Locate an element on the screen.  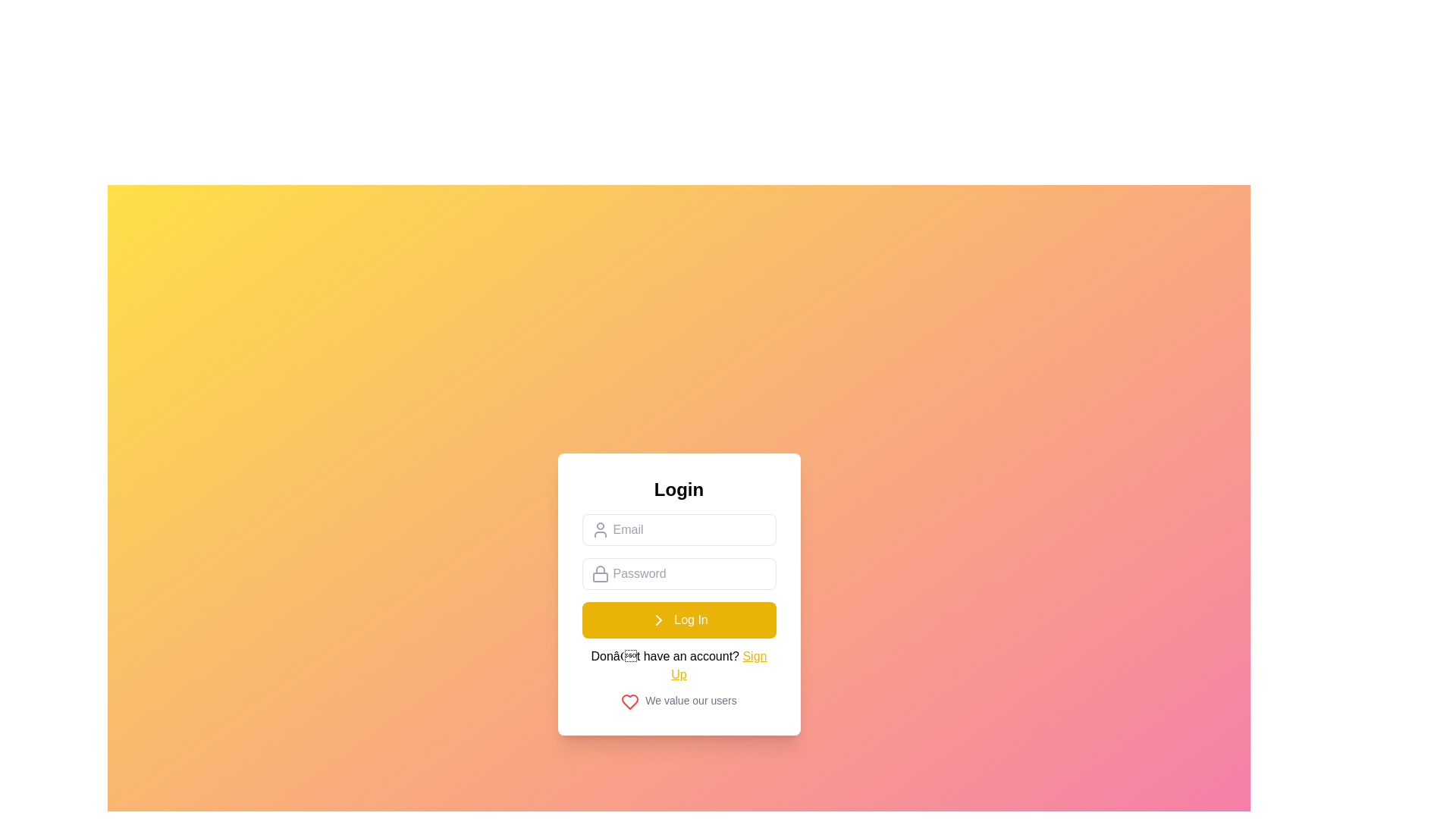
the horizontal combination of a red heart icon and gray text saying 'We value our users', located just below the 'Sign Up' text in the central login form is located at coordinates (678, 701).